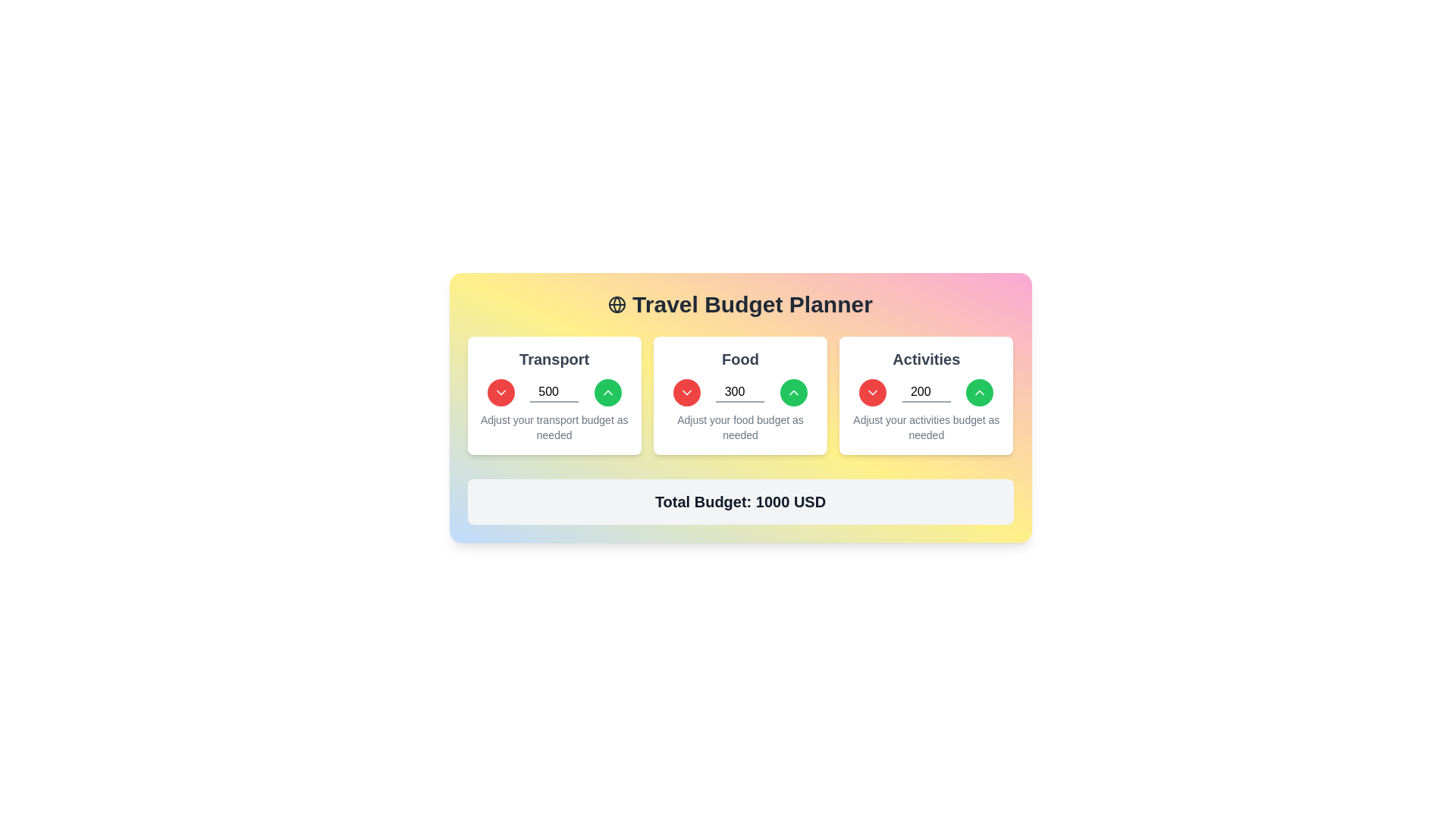  Describe the element at coordinates (980, 391) in the screenshot. I see `the green circular button with an upward arrow icon located in the 'Activities' section, positioned to the right of the numeric input displaying '200'` at that location.